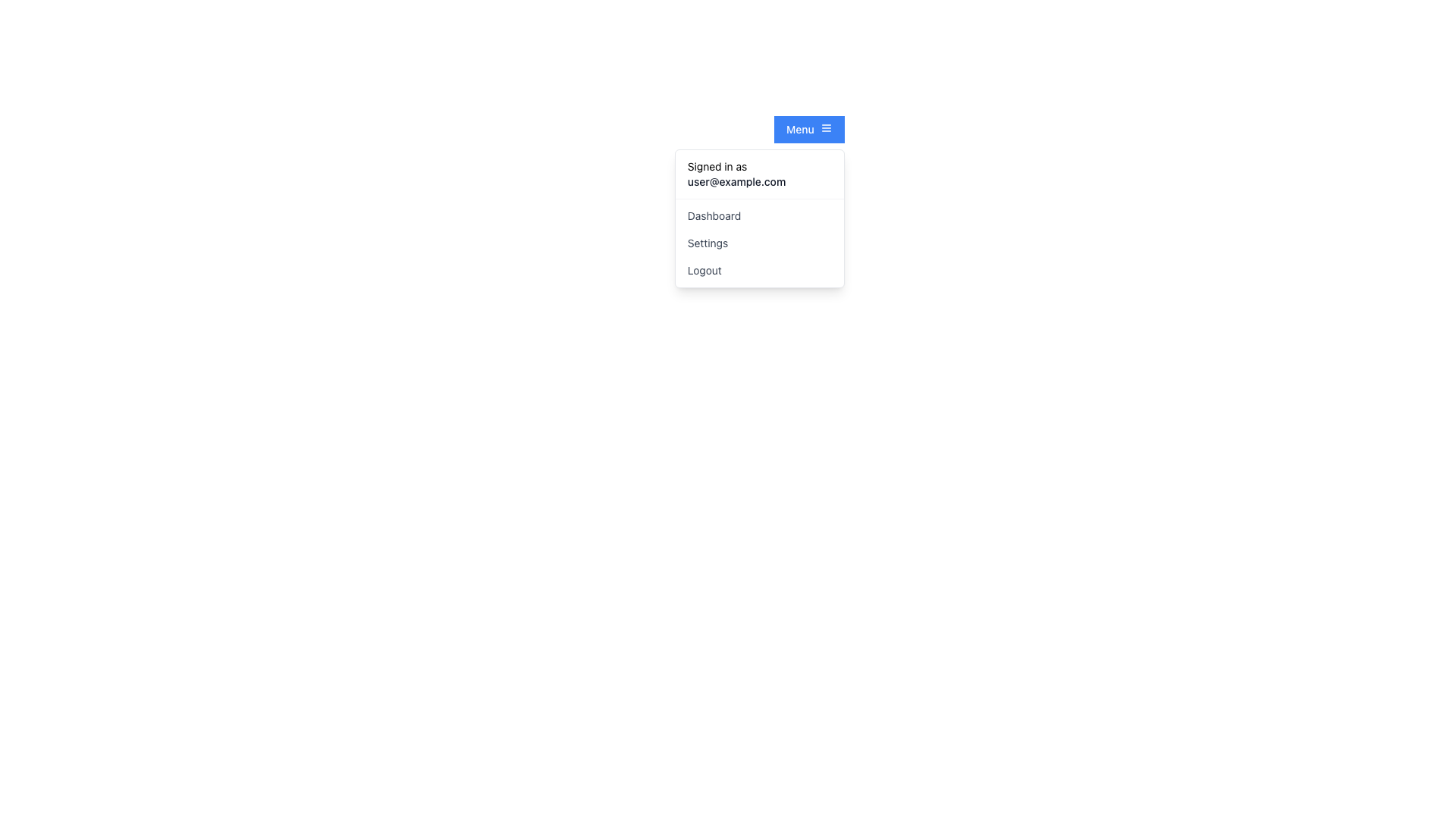 This screenshot has height=819, width=1456. What do you see at coordinates (759, 180) in the screenshot?
I see `the static text display element that shows the email address, located in the top-right dropdown menu, below the label 'Signed in as.'` at bounding box center [759, 180].